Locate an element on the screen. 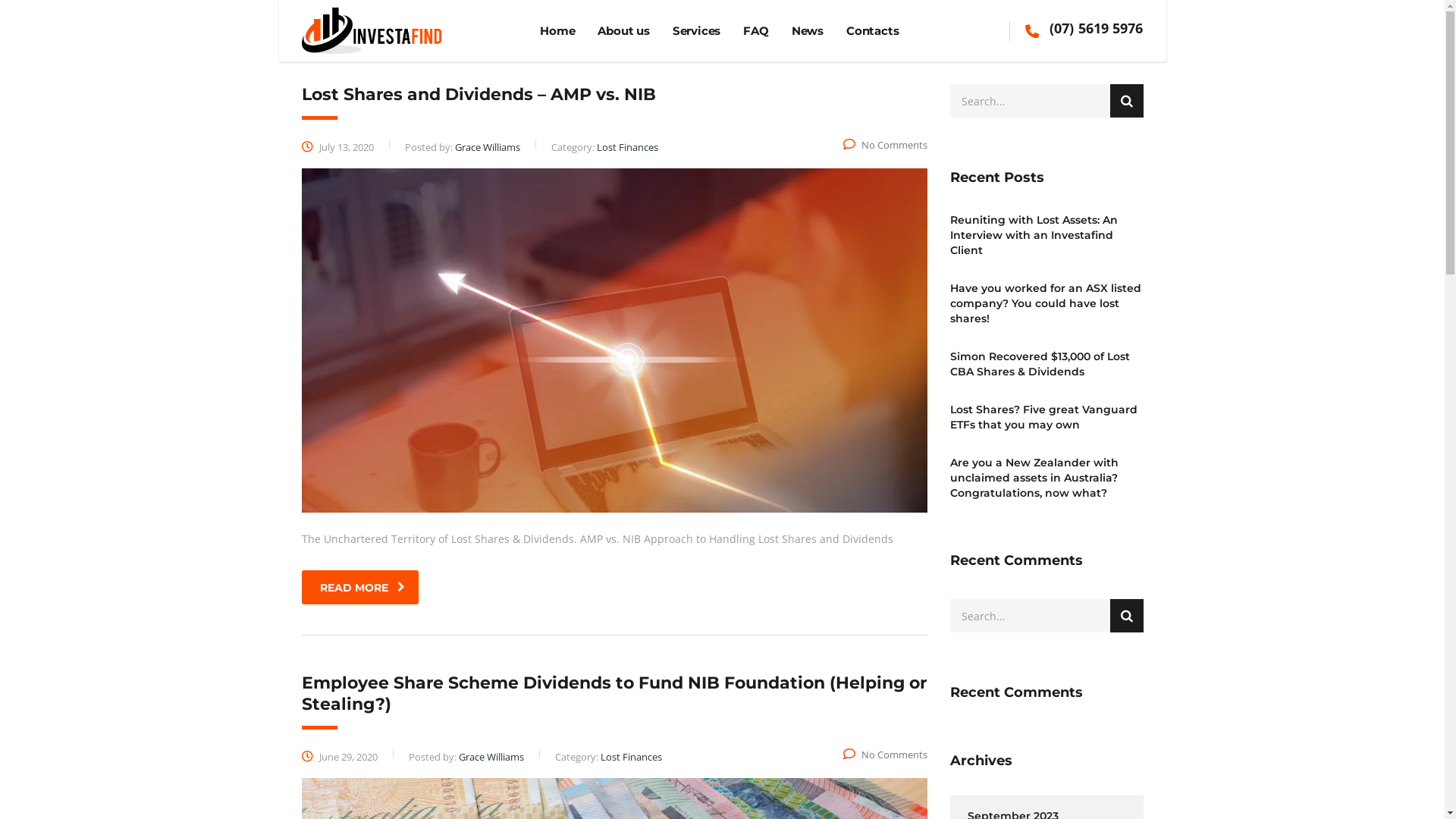 The width and height of the screenshot is (1456, 819). 'Home' is located at coordinates (556, 31).